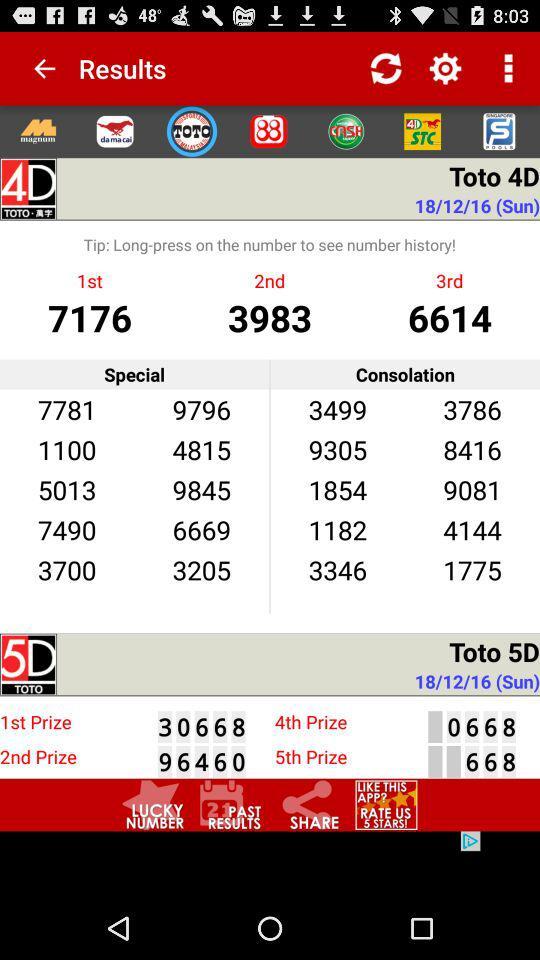 The image size is (540, 960). I want to click on icon below the 8416, so click(472, 488).